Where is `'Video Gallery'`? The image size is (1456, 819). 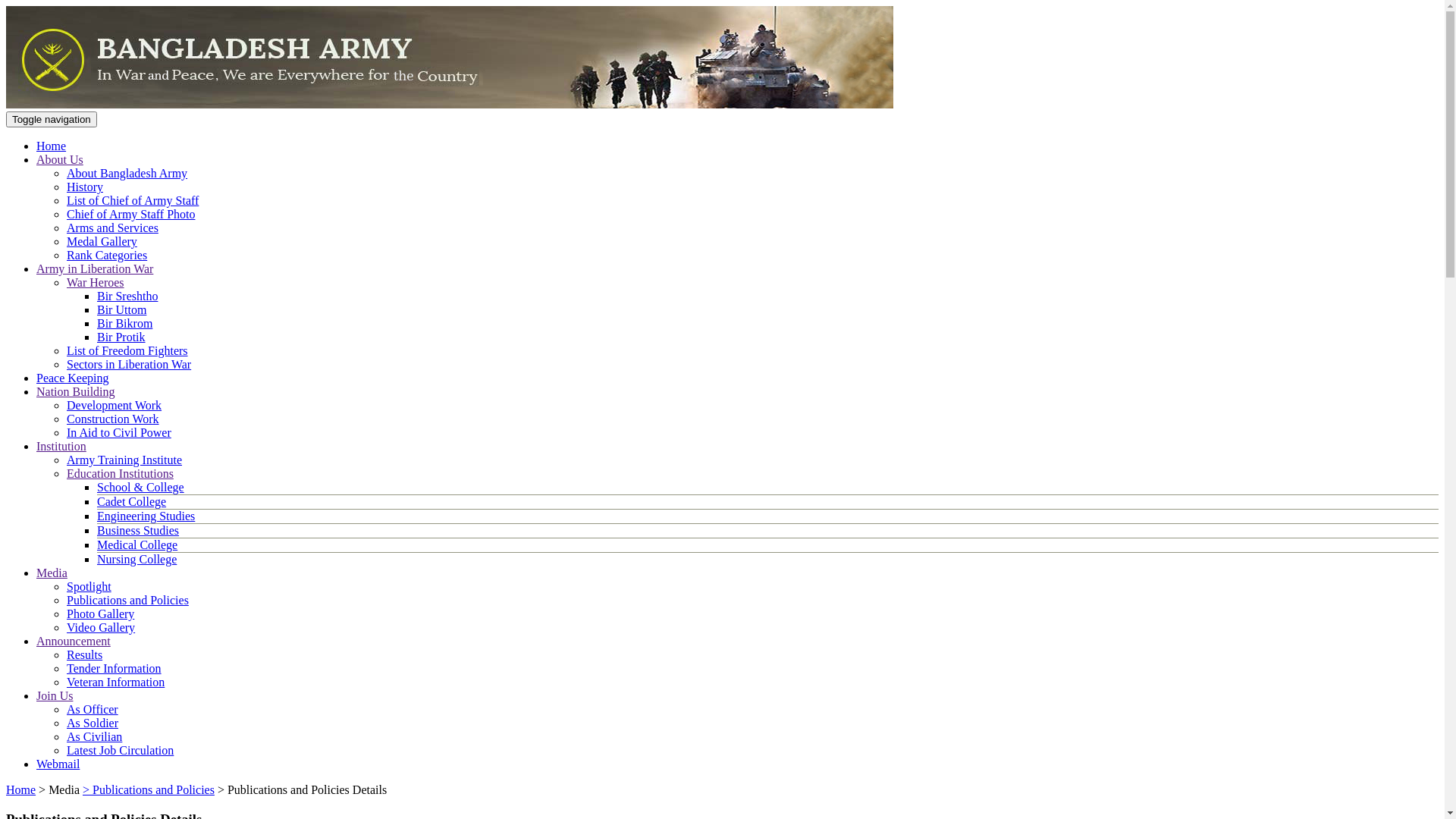
'Video Gallery' is located at coordinates (100, 627).